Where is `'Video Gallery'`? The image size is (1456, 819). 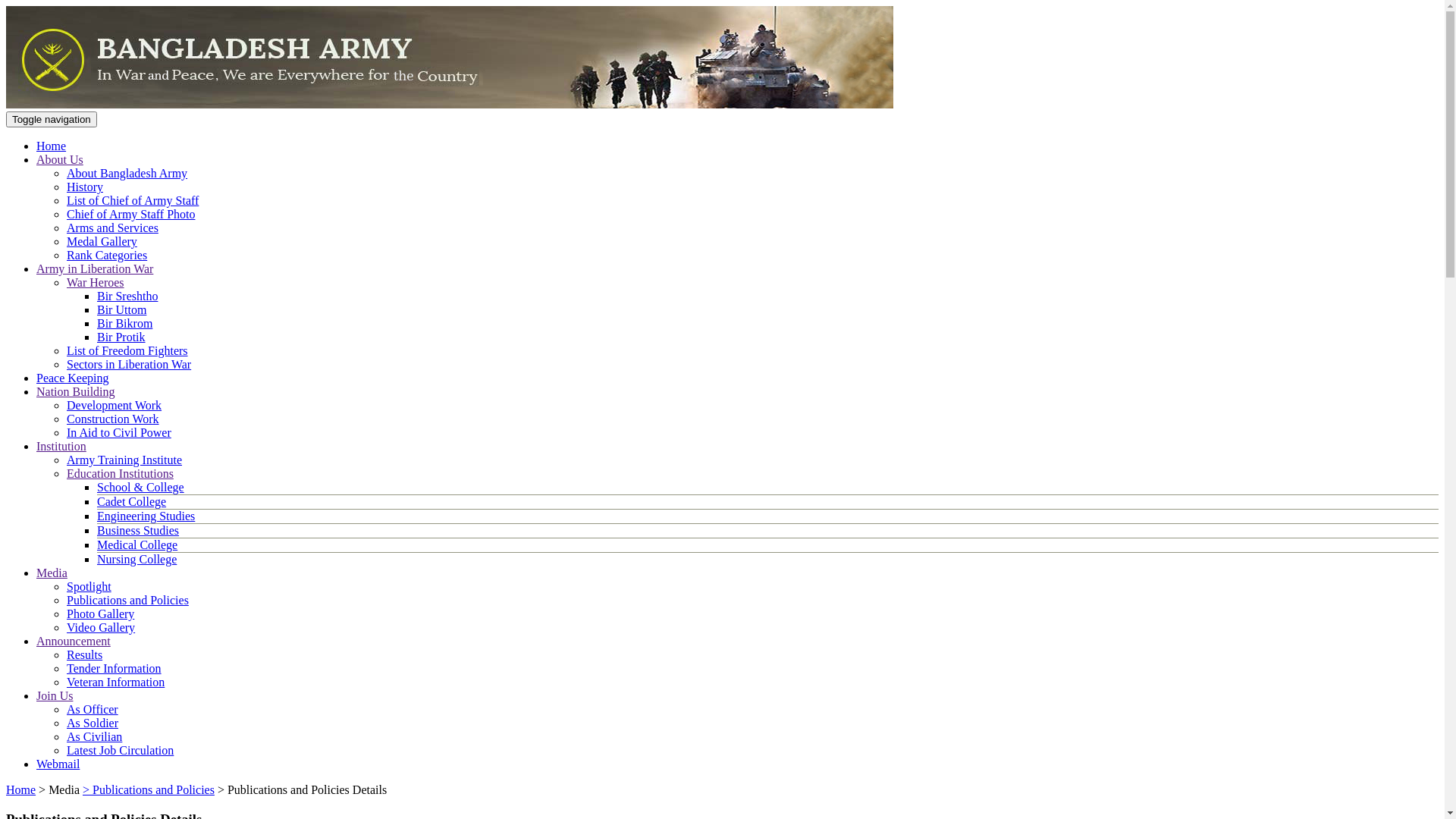
'Video Gallery' is located at coordinates (100, 627).